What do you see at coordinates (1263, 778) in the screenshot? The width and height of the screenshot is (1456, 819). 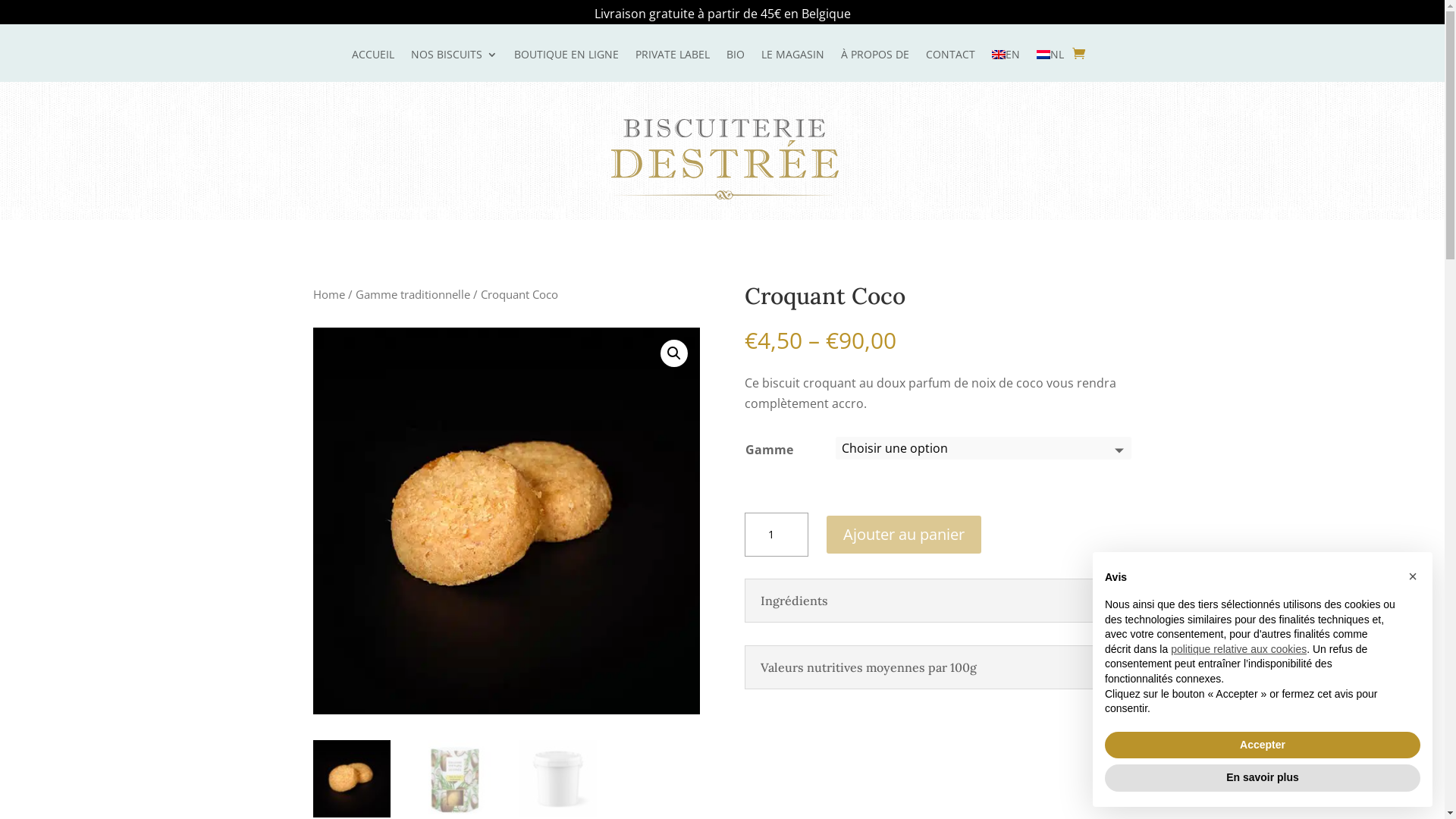 I see `'En savoir plus'` at bounding box center [1263, 778].